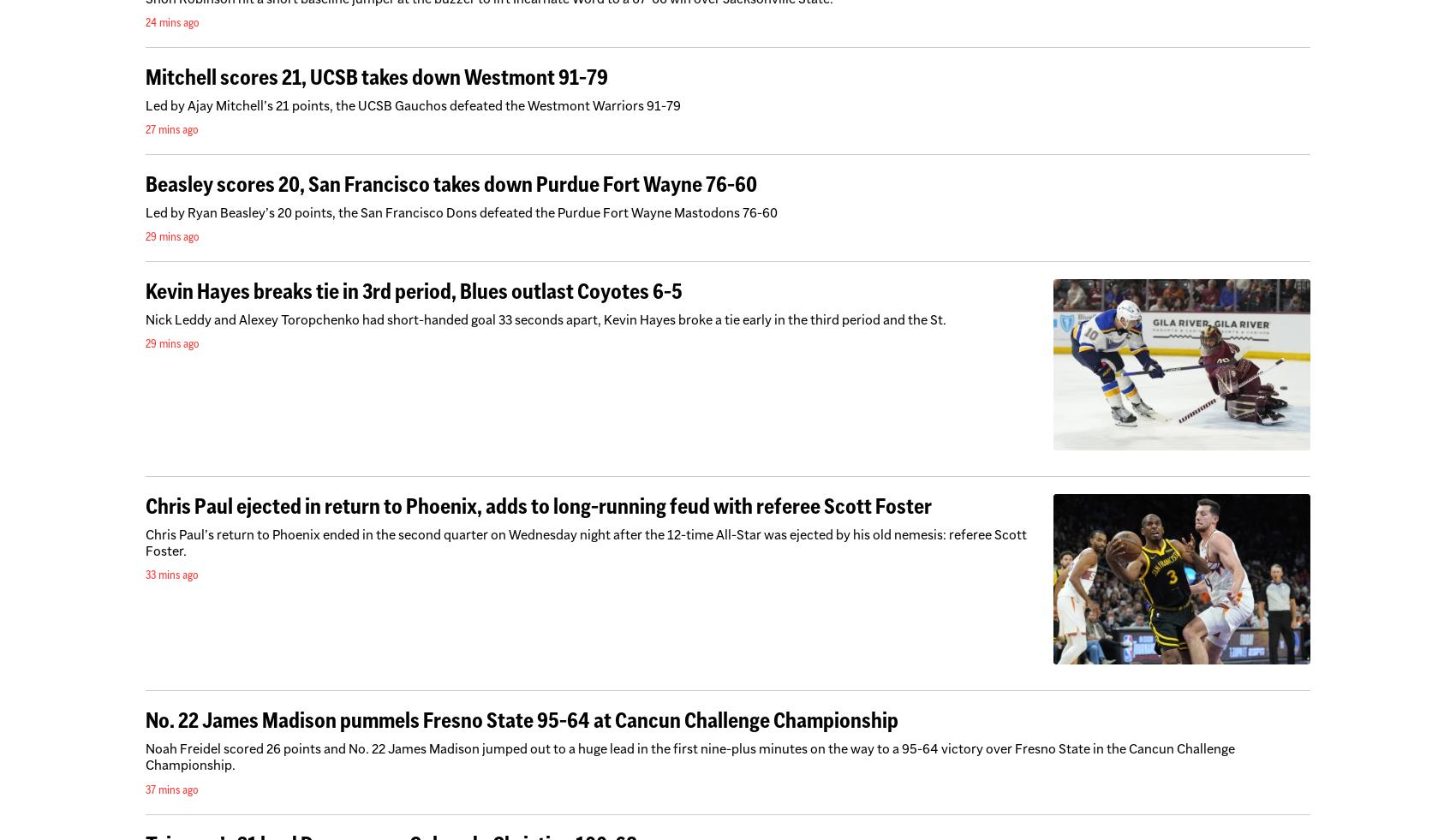 The width and height of the screenshot is (1456, 840). Describe the element at coordinates (170, 788) in the screenshot. I see `'37 mins ago'` at that location.